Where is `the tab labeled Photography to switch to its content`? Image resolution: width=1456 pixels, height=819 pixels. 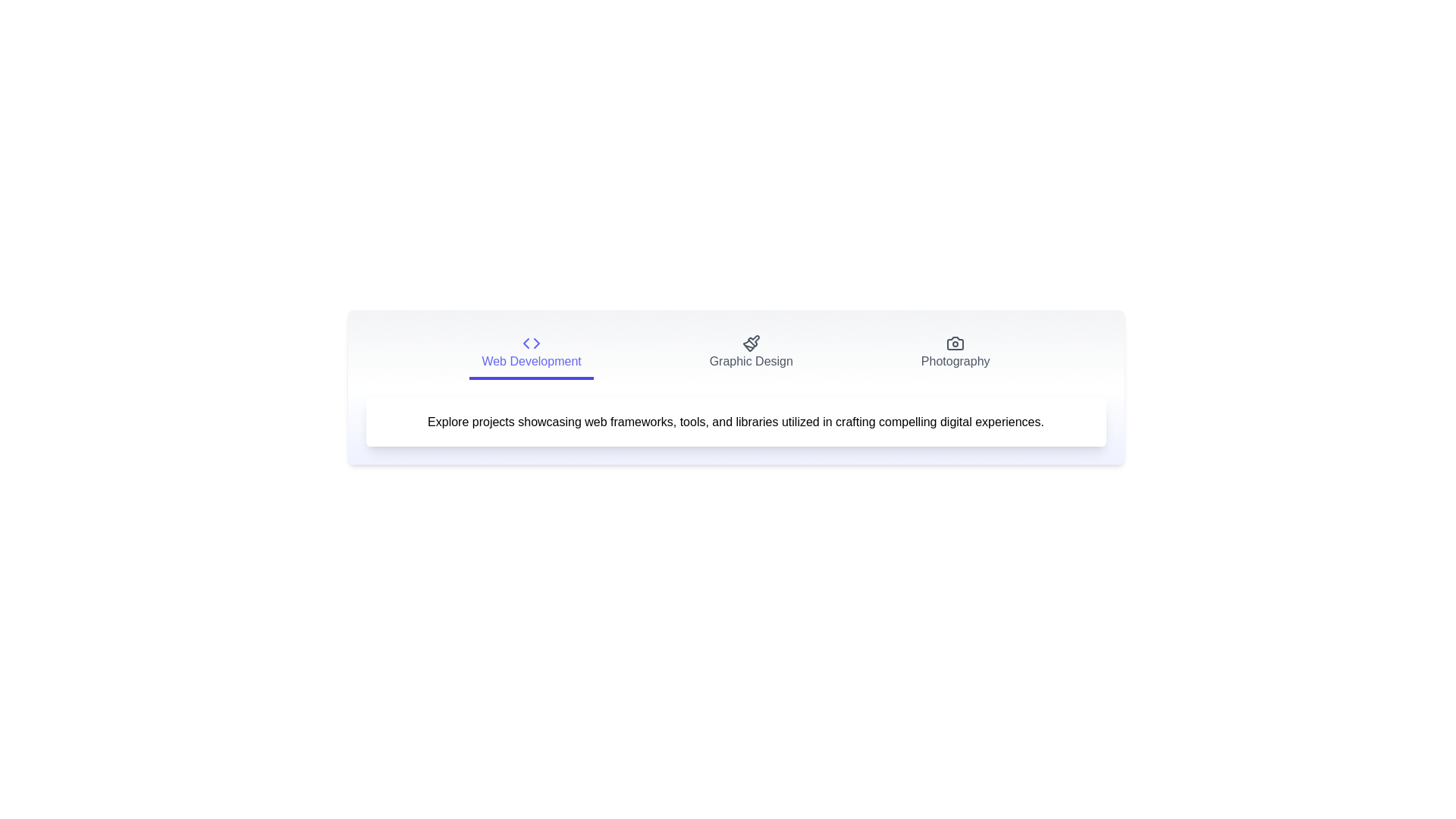 the tab labeled Photography to switch to its content is located at coordinates (955, 353).